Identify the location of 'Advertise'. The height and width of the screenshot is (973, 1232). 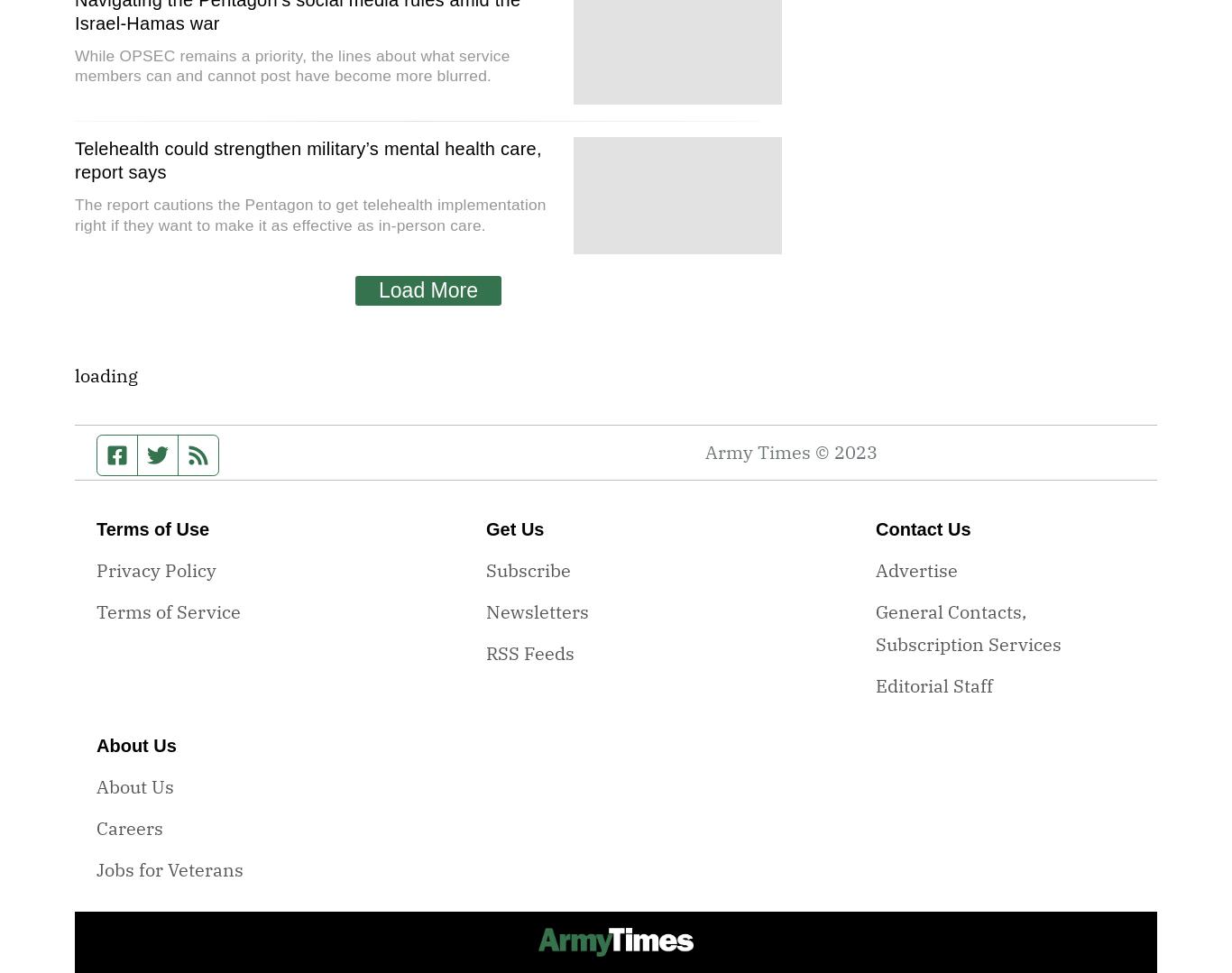
(916, 569).